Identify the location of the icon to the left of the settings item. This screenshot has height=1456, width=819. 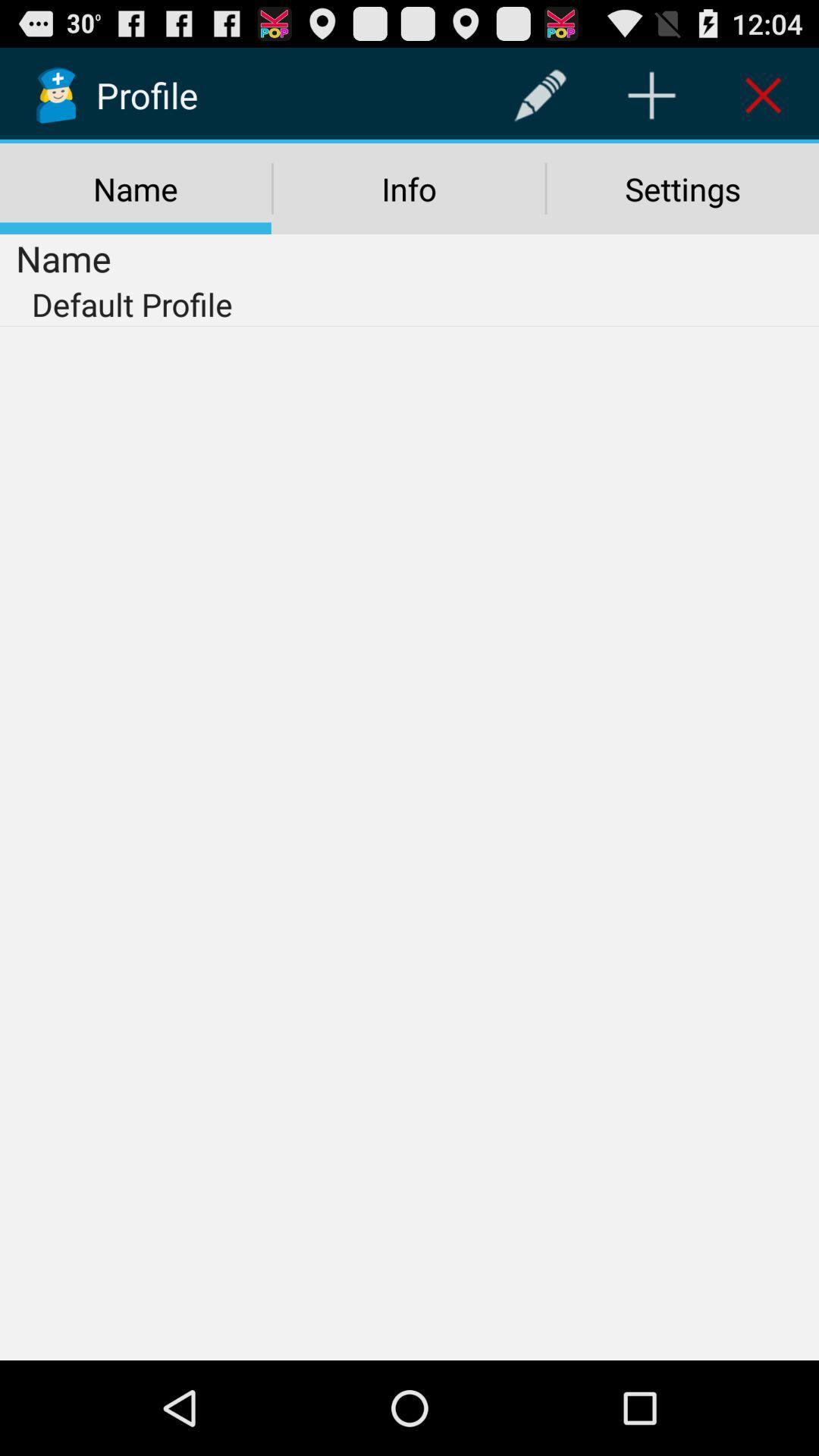
(408, 188).